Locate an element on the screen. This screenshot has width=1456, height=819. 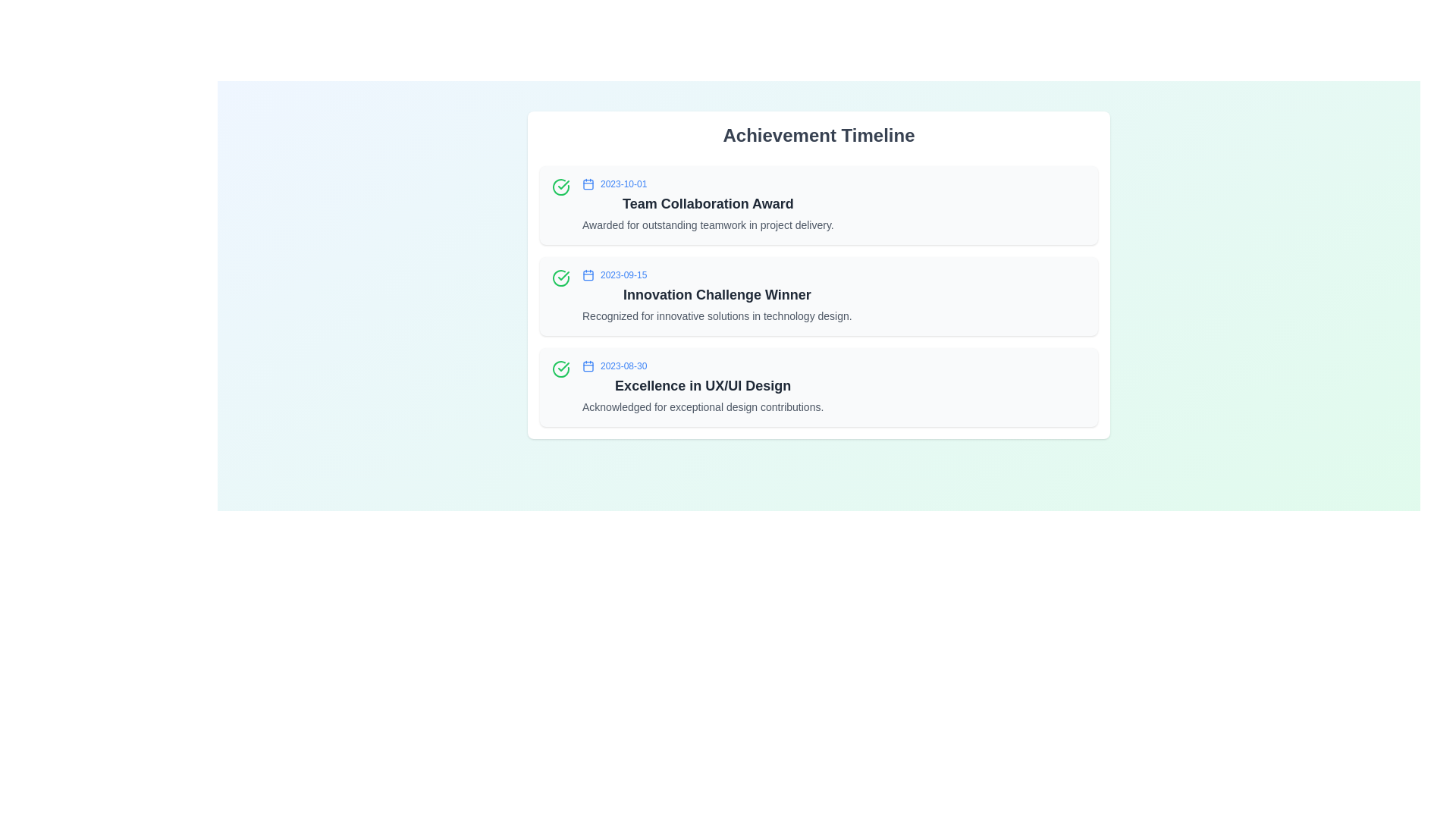
the calendar icon decoration element, which is a small rectangular section with rounded corners located within the second timeline entry of the calendar icon is located at coordinates (588, 275).